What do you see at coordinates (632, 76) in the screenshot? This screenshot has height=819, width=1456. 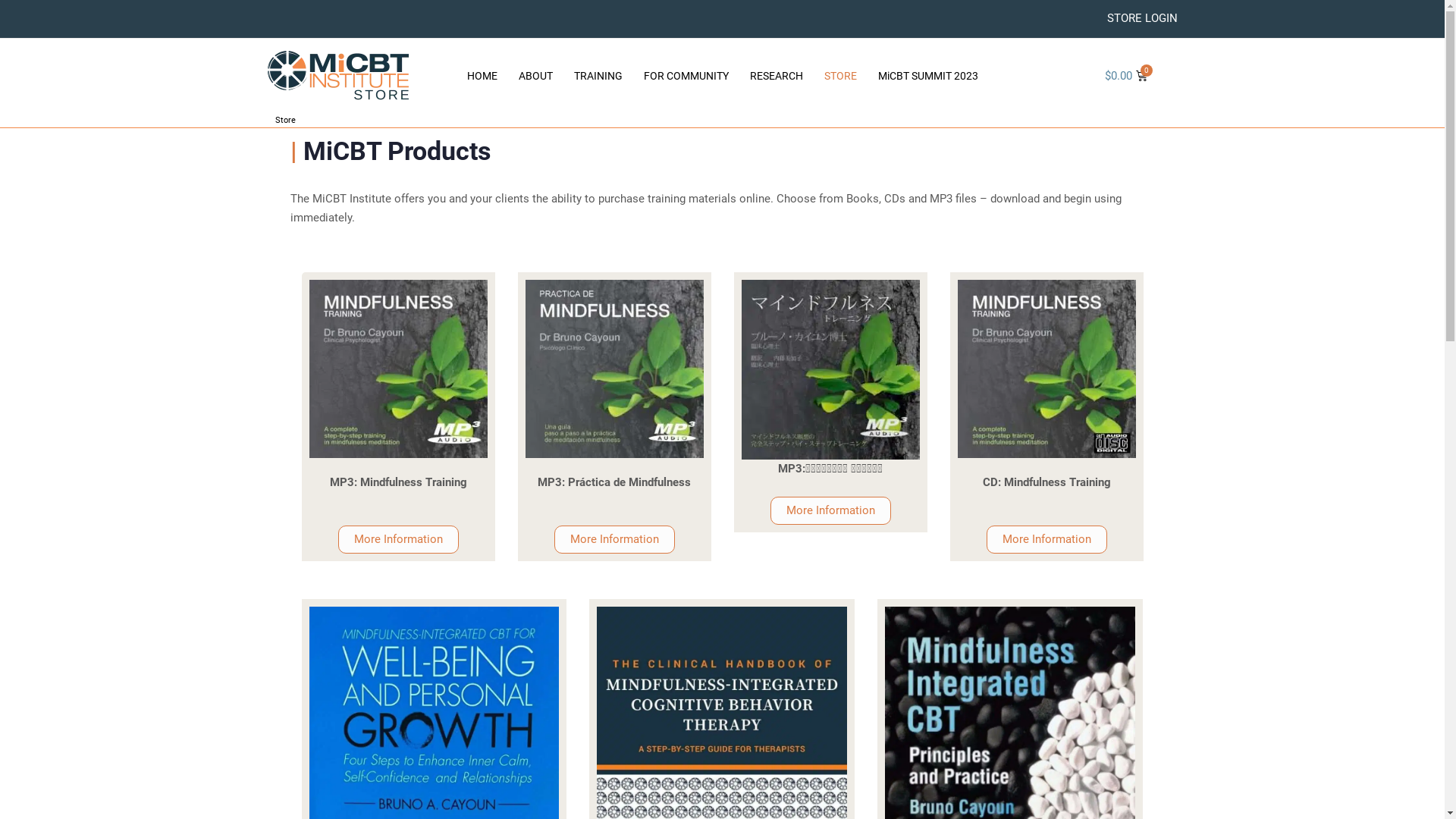 I see `'FOR COMMUNITY'` at bounding box center [632, 76].